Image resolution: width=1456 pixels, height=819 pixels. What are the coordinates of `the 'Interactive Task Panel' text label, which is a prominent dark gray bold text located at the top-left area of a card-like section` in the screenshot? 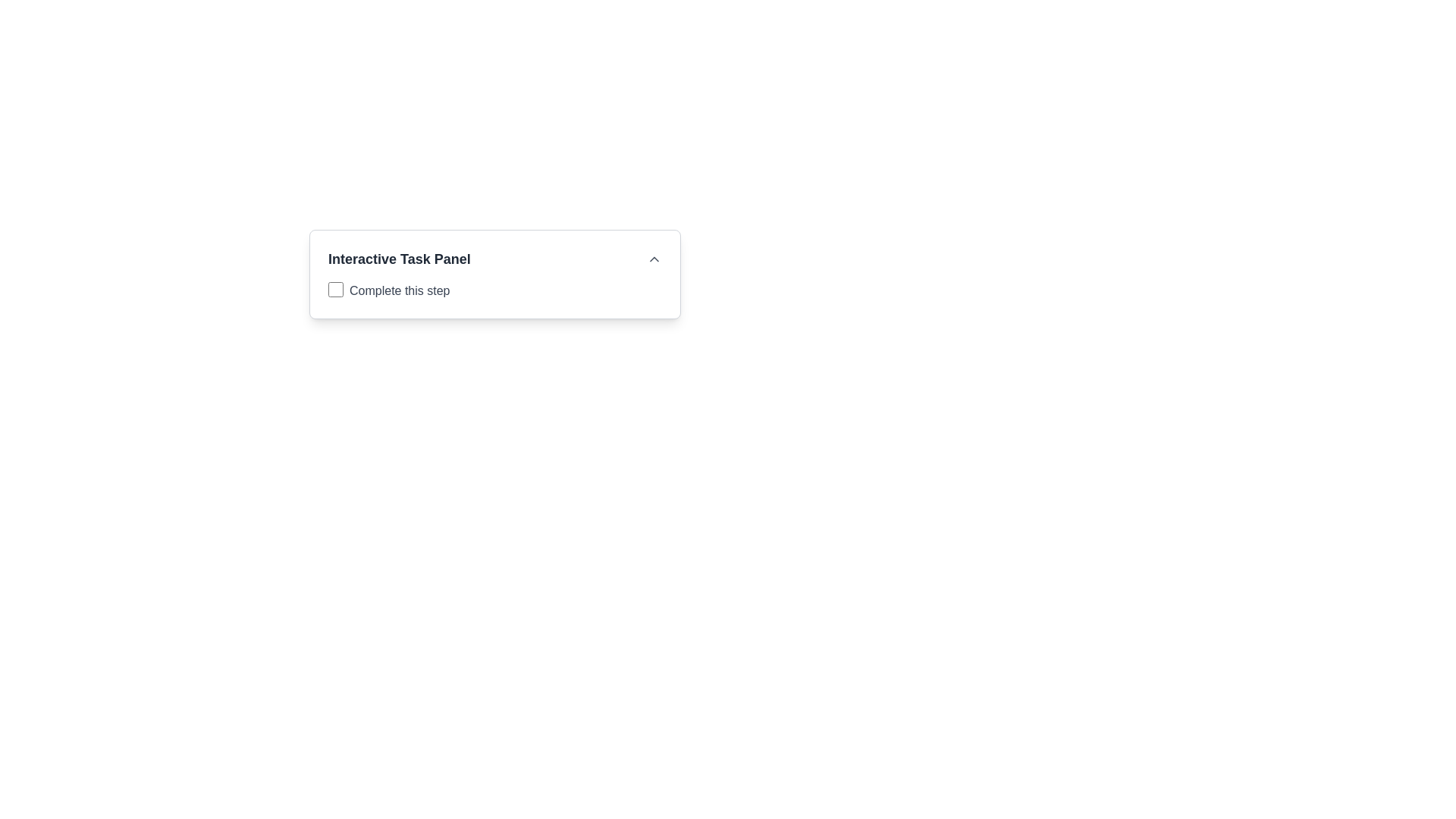 It's located at (399, 259).